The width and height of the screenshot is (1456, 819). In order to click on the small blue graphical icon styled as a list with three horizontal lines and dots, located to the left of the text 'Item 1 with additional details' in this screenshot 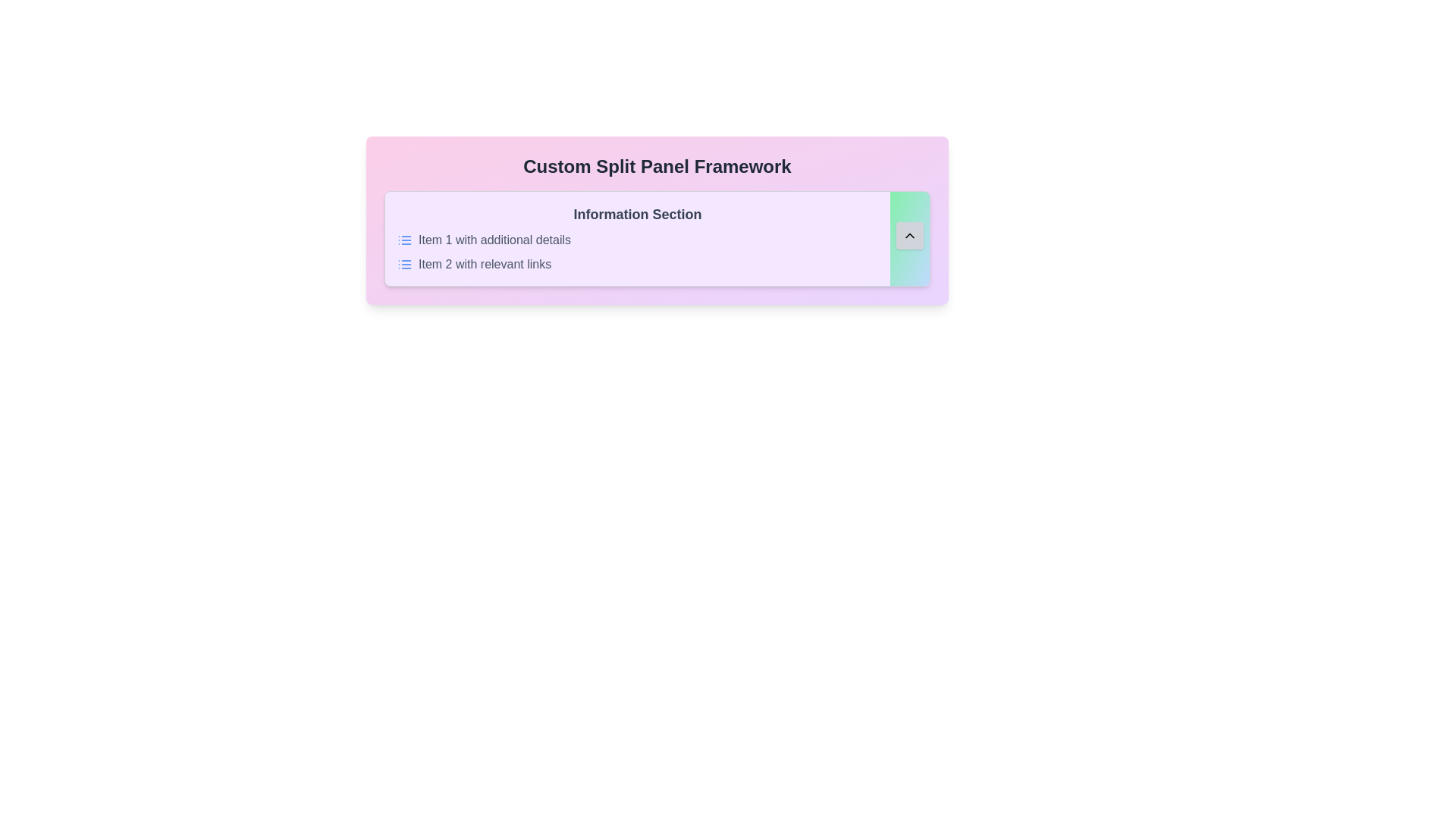, I will do `click(404, 239)`.